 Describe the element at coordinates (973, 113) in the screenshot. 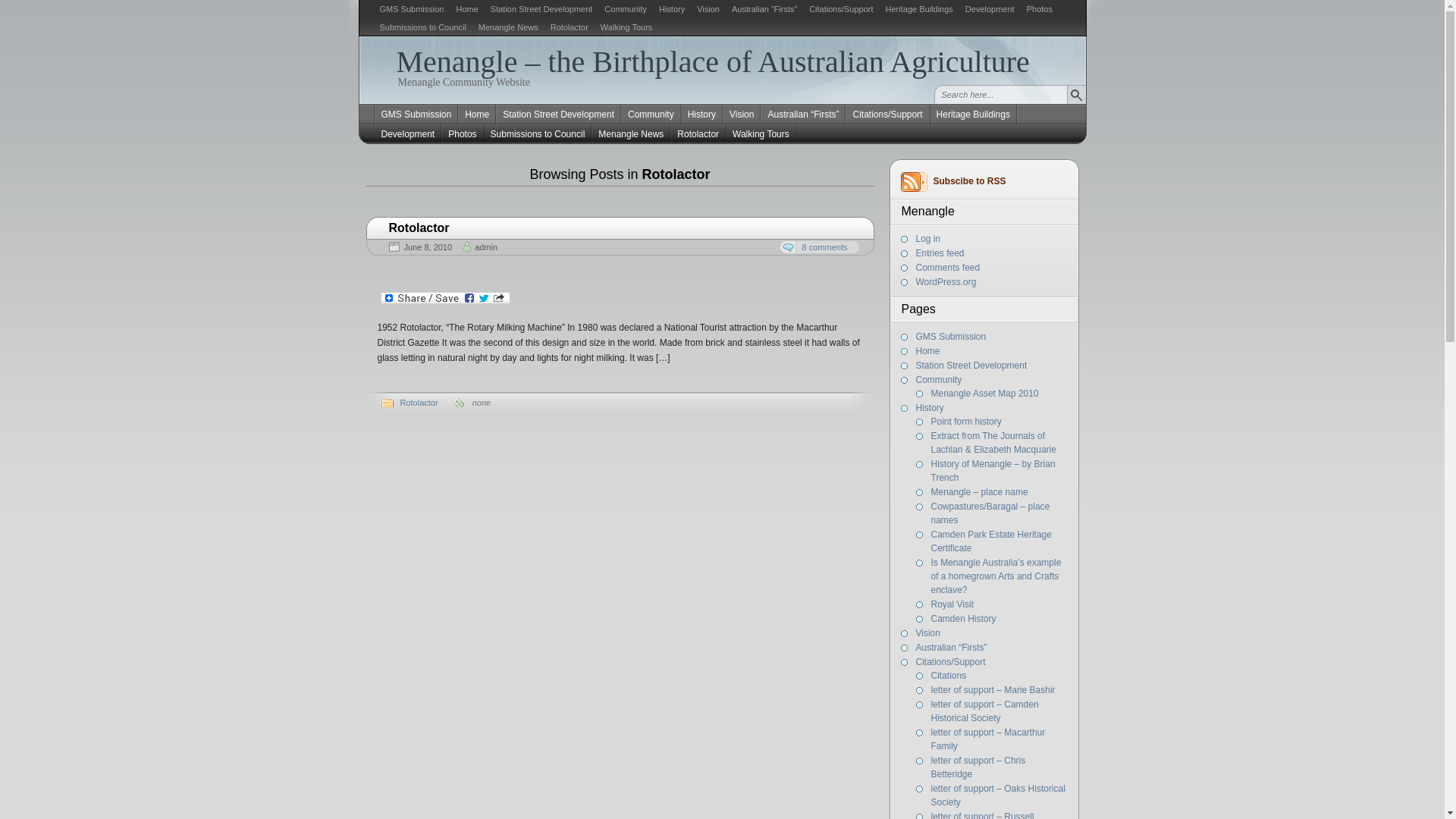

I see `'Heritage Buildings'` at that location.